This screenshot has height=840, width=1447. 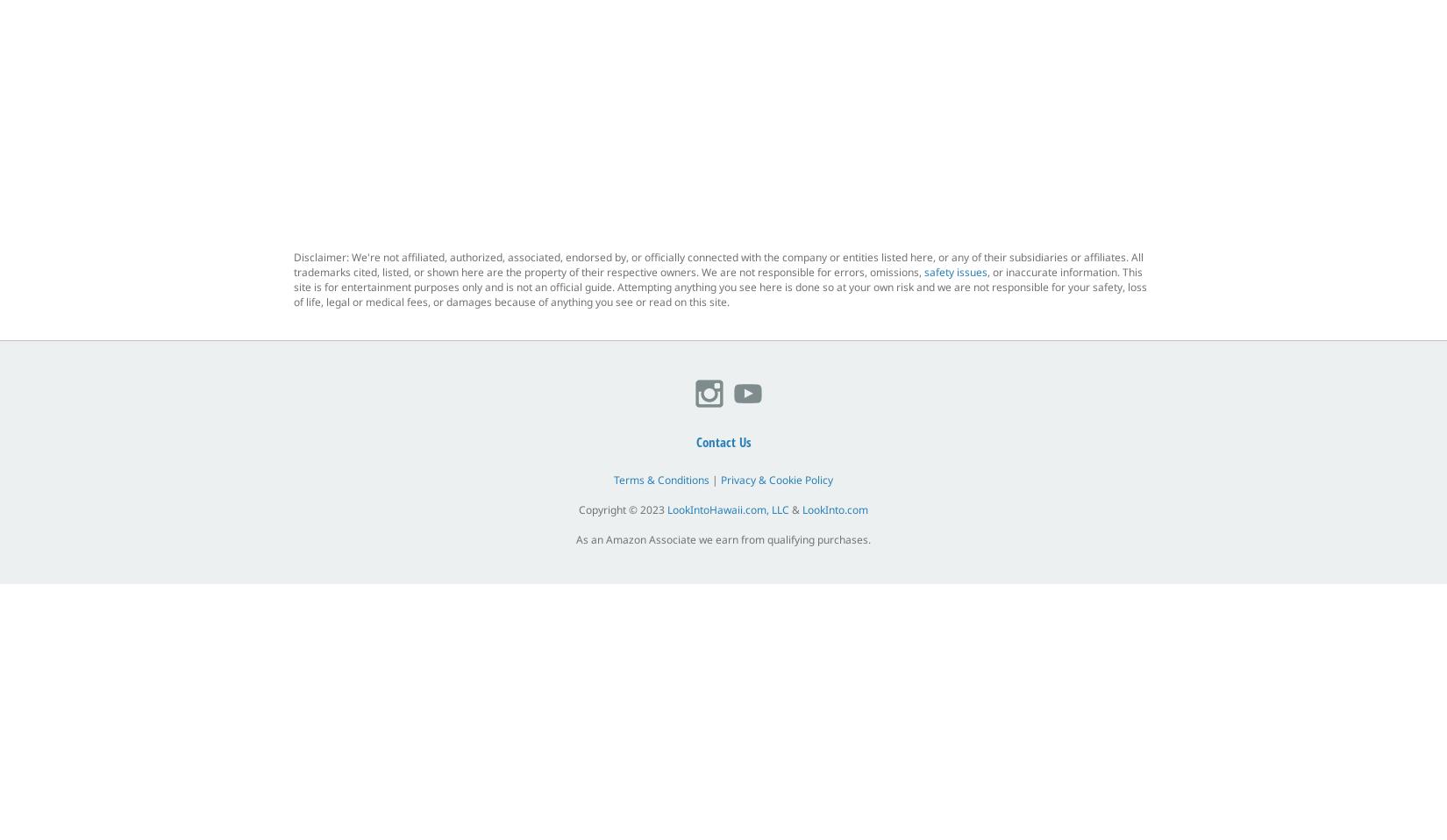 What do you see at coordinates (694, 441) in the screenshot?
I see `'Contact Us'` at bounding box center [694, 441].